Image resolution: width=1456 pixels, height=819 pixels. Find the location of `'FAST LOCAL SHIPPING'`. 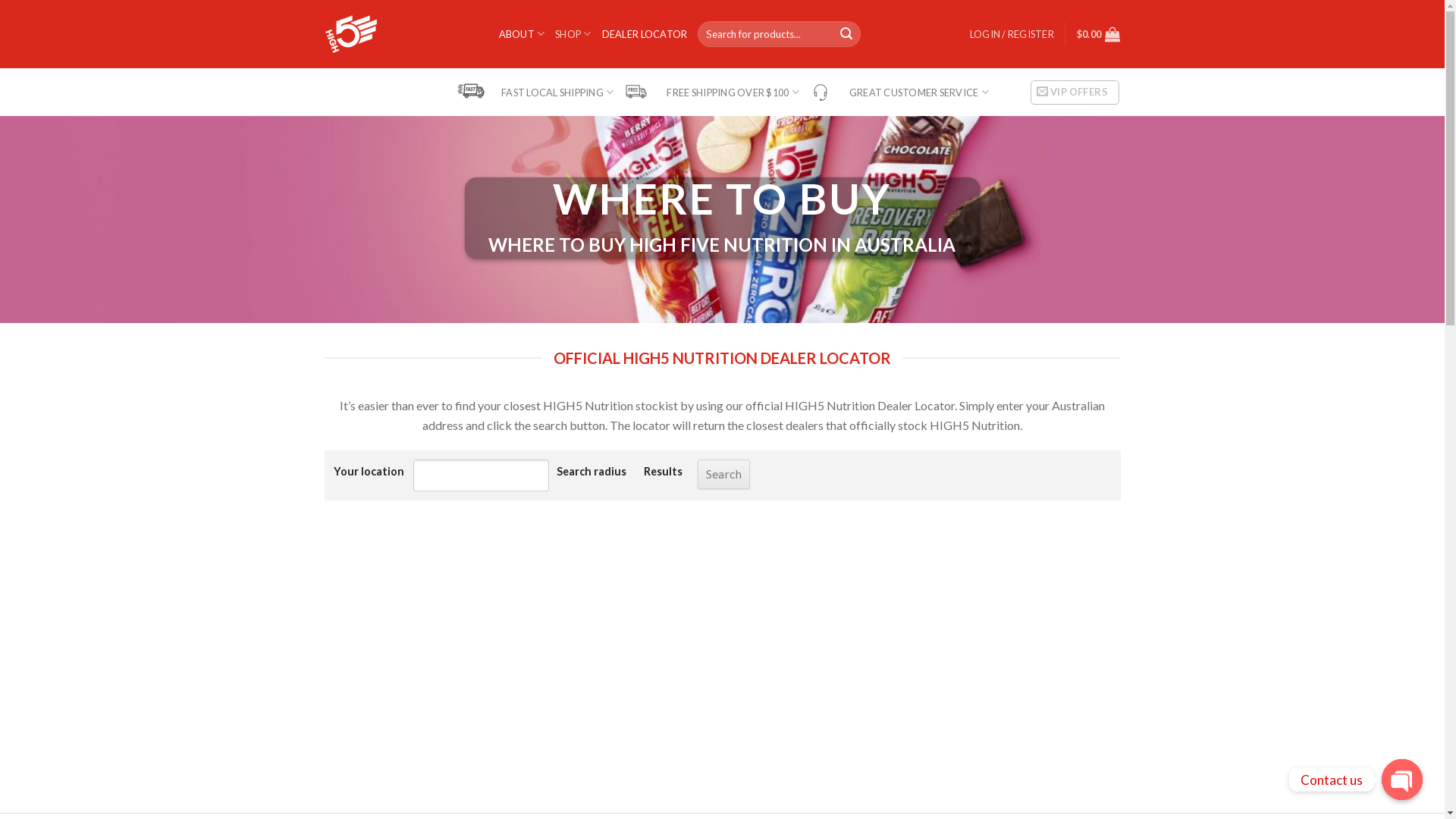

'FAST LOCAL SHIPPING' is located at coordinates (535, 92).